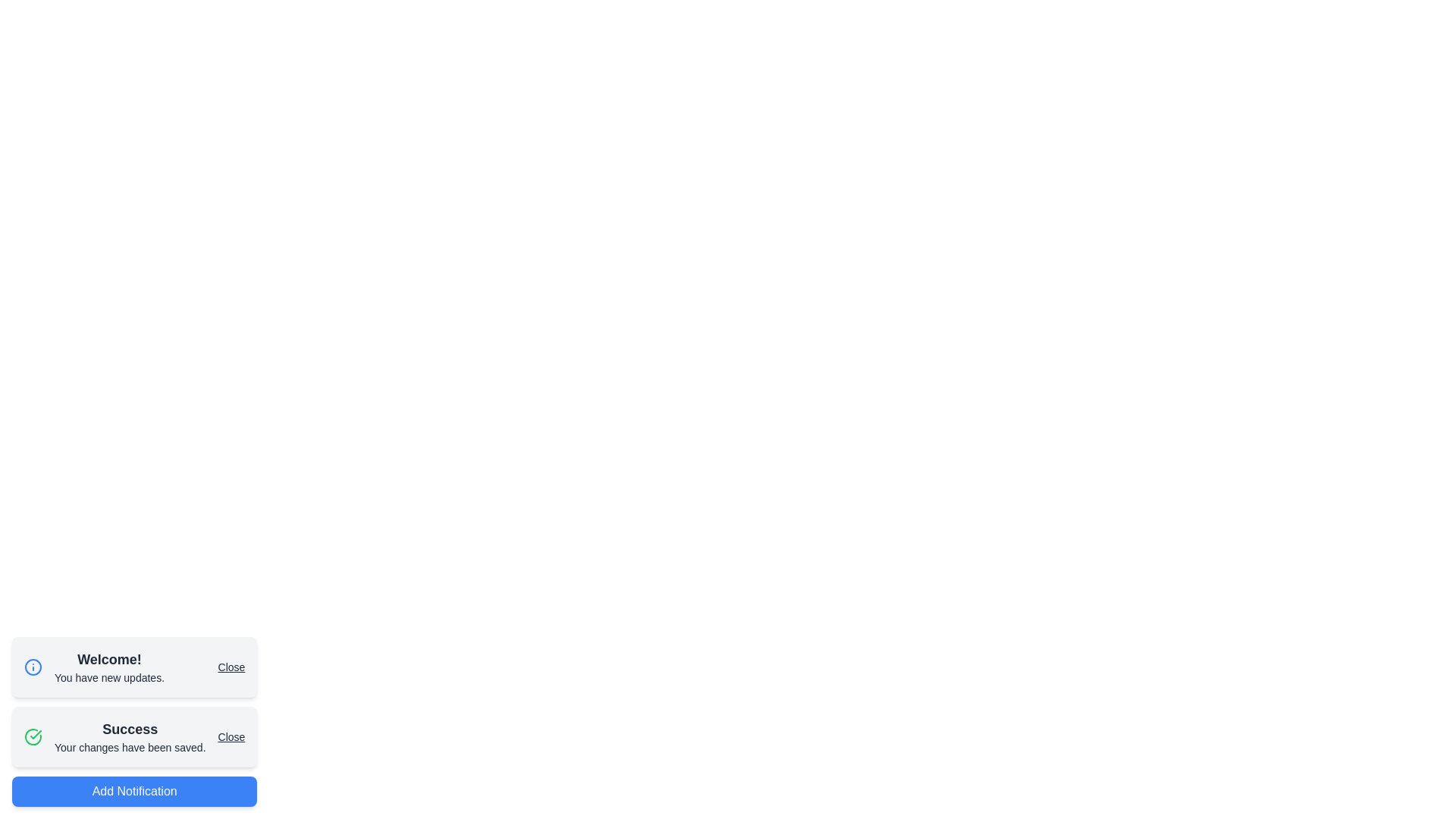  I want to click on the interactive link located at the top-right corner of the success notification box, so click(231, 736).